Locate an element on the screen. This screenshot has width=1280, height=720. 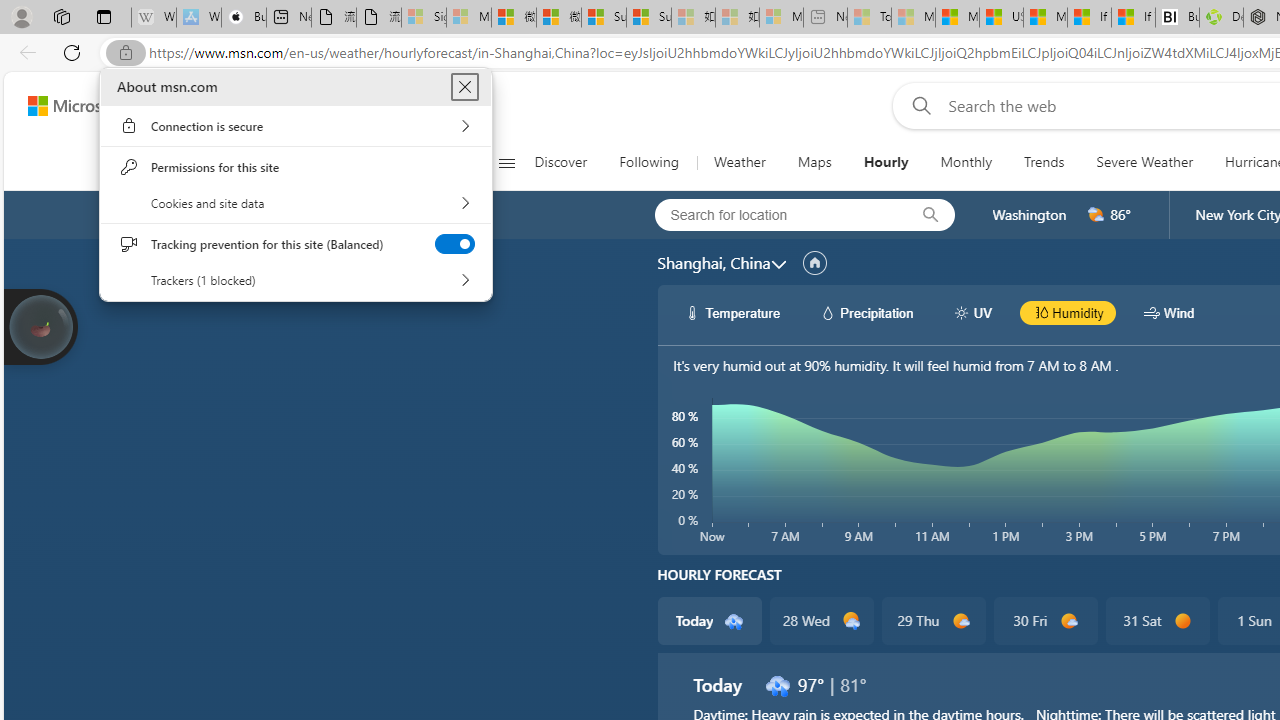
'hourlyChart/uvWhite UV' is located at coordinates (972, 312).